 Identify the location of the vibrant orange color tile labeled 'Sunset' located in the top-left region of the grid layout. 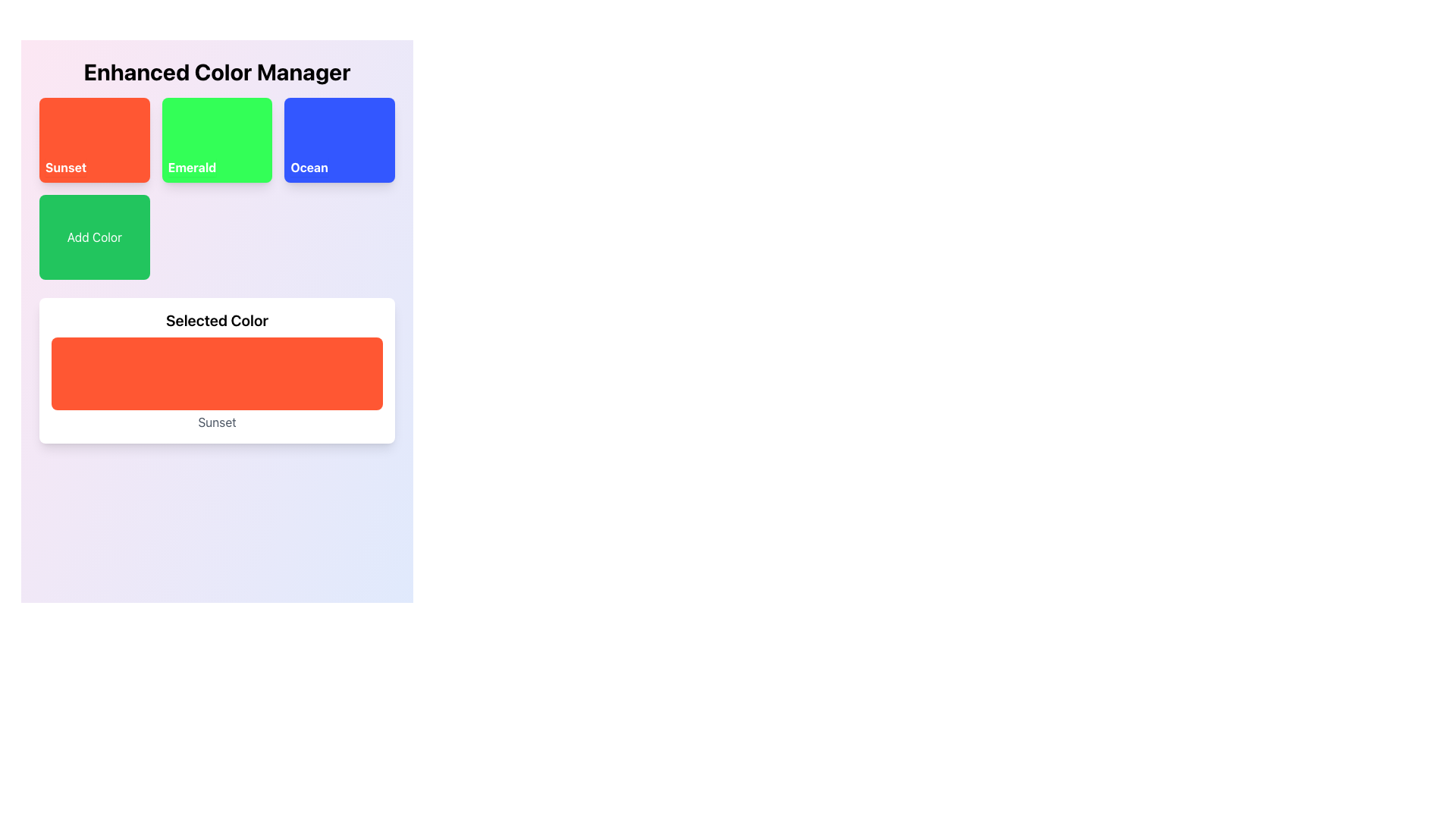
(93, 140).